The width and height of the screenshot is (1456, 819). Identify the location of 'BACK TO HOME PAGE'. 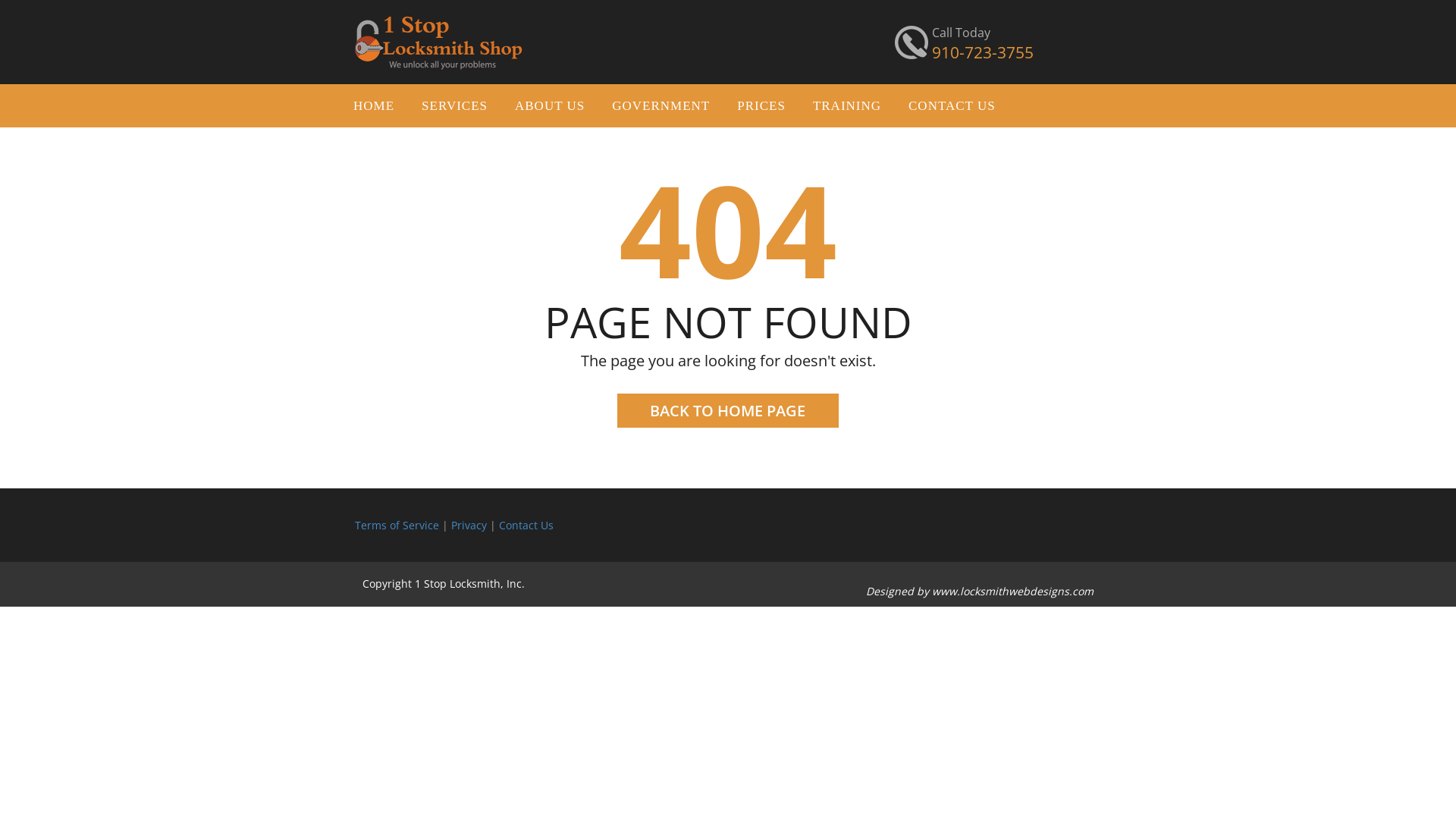
(726, 410).